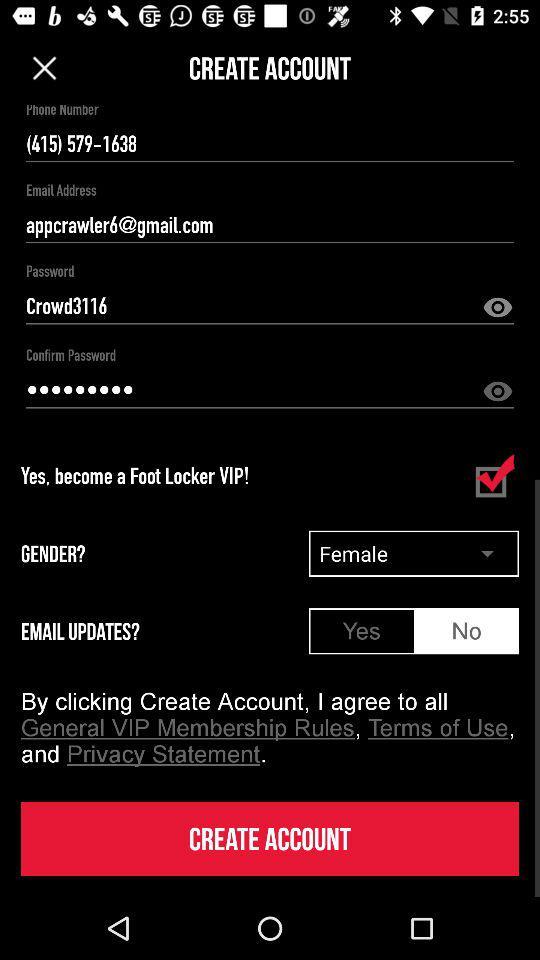 The image size is (540, 960). What do you see at coordinates (496, 391) in the screenshot?
I see `show the password` at bounding box center [496, 391].